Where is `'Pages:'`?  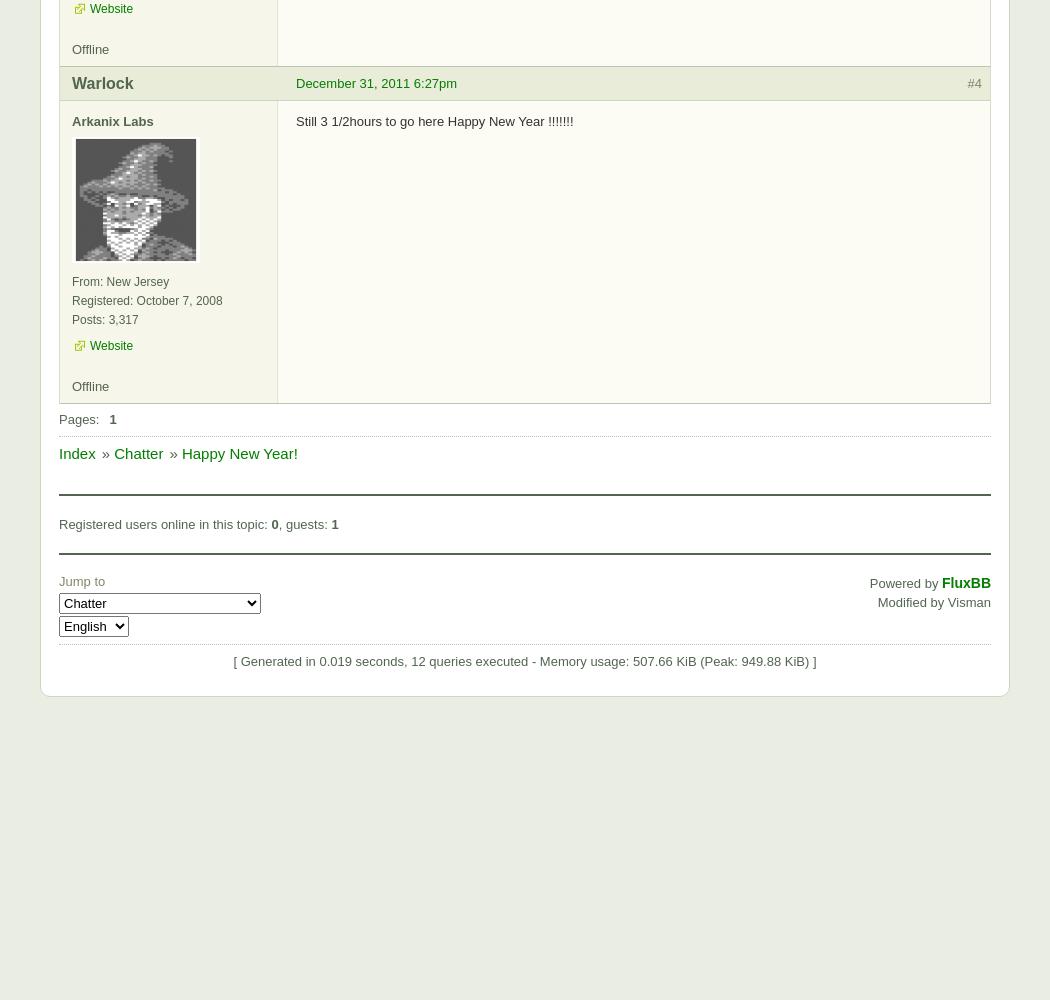 'Pages:' is located at coordinates (78, 418).